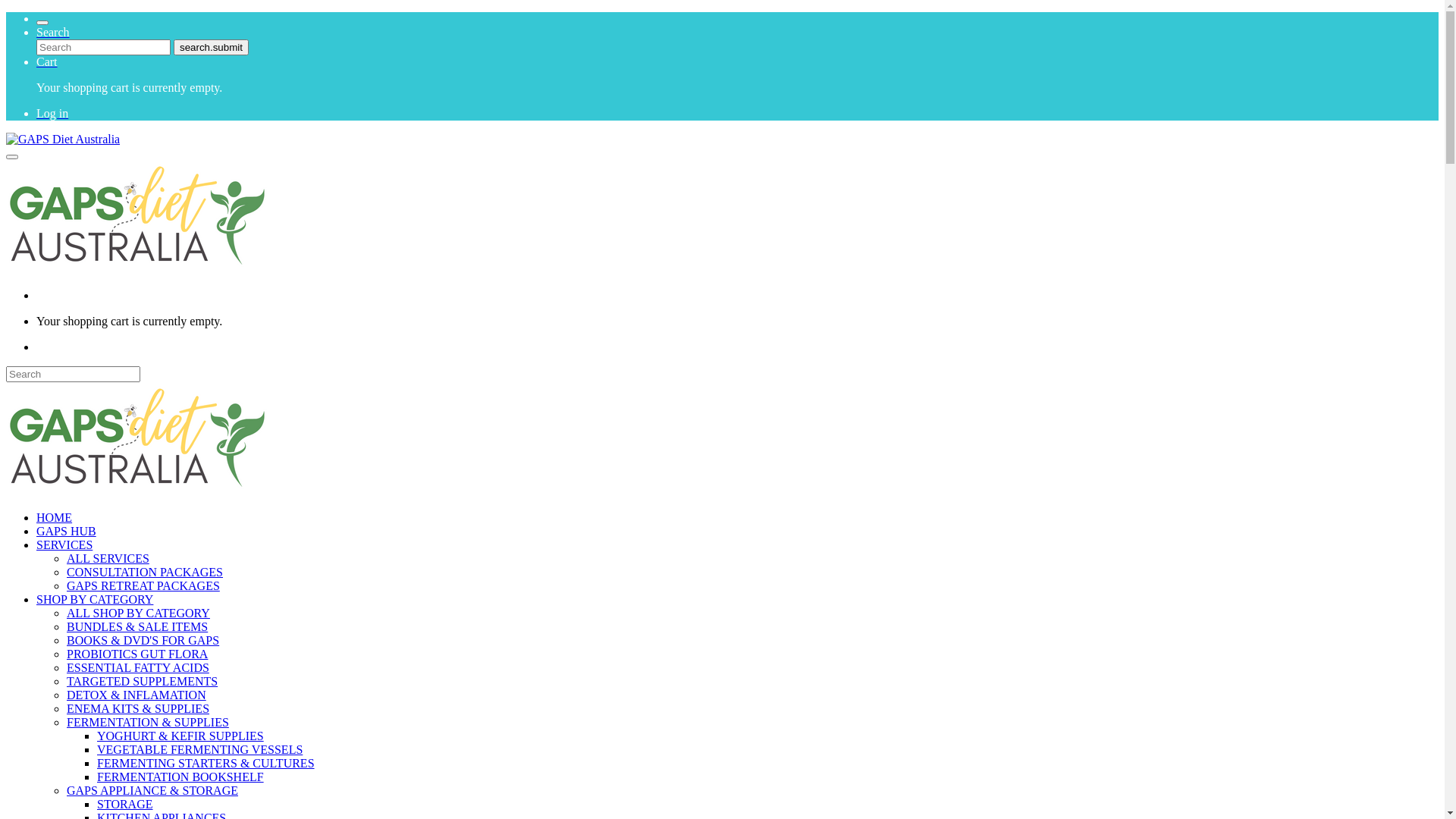 The image size is (1456, 819). I want to click on 'FERMENTATION & SUPPLIES', so click(148, 721).